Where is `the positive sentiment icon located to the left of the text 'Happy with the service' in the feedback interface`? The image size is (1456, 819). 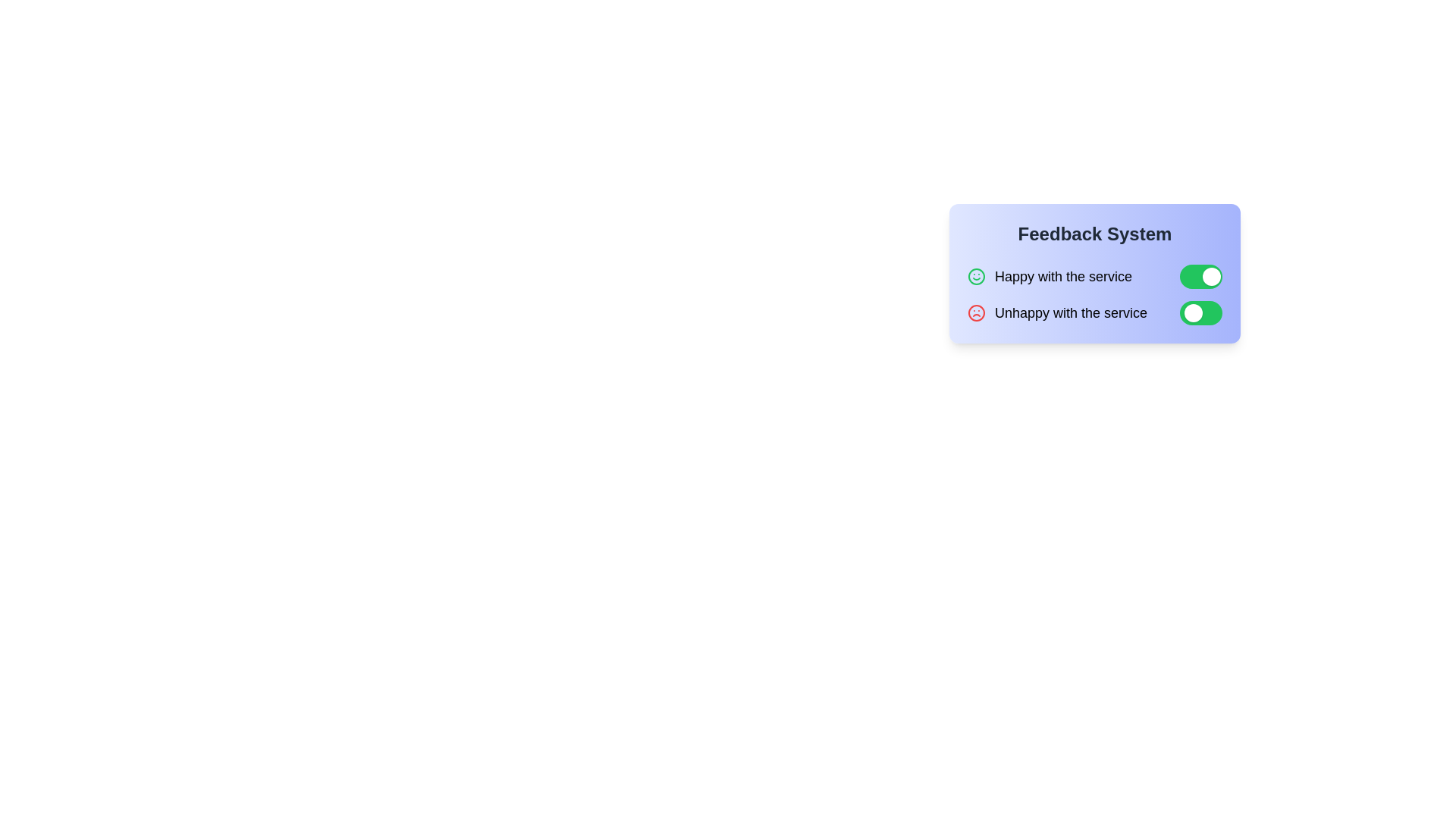 the positive sentiment icon located to the left of the text 'Happy with the service' in the feedback interface is located at coordinates (976, 277).